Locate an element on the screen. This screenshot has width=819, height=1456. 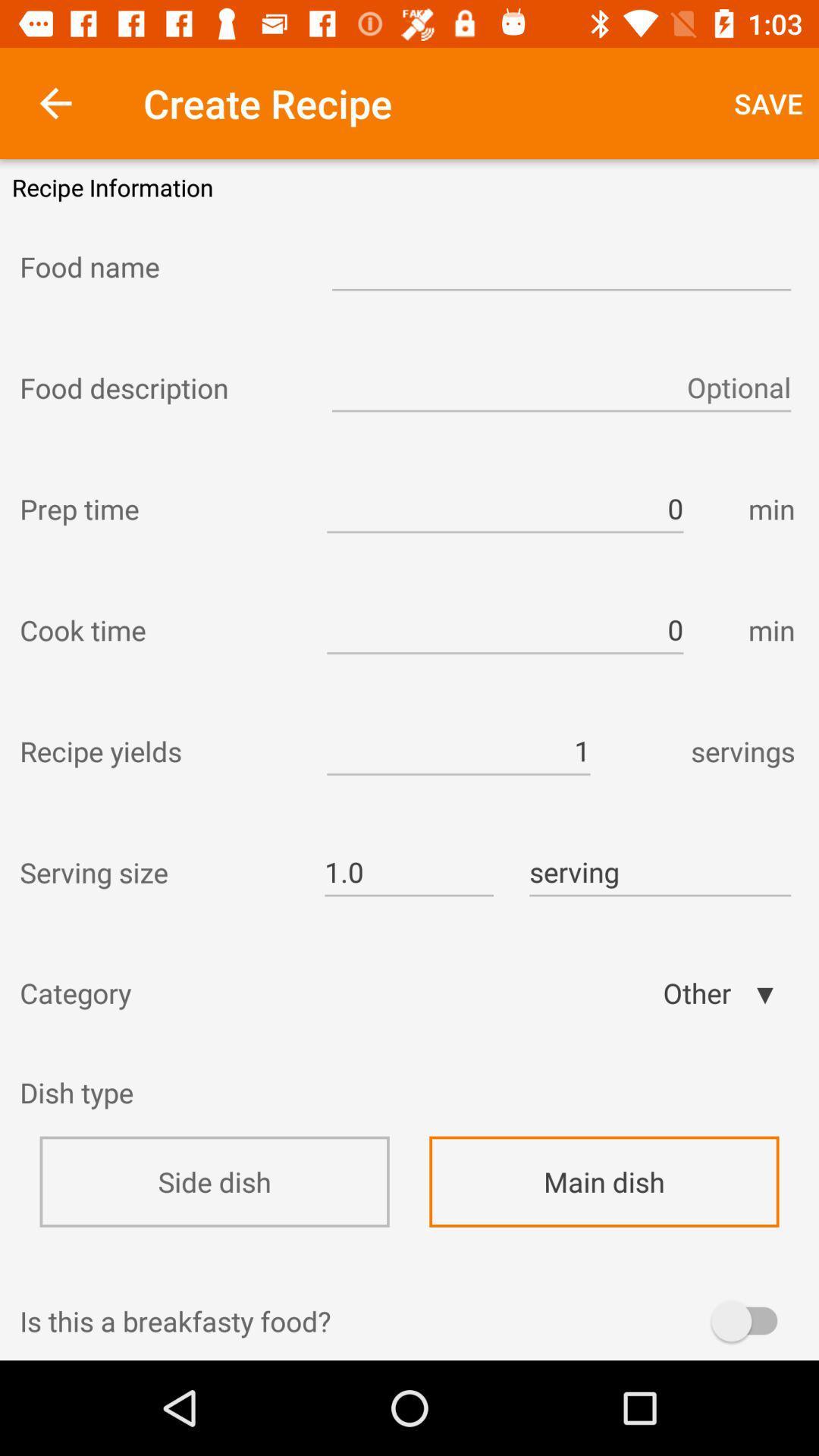
the item next to the 1.0 icon is located at coordinates (158, 872).